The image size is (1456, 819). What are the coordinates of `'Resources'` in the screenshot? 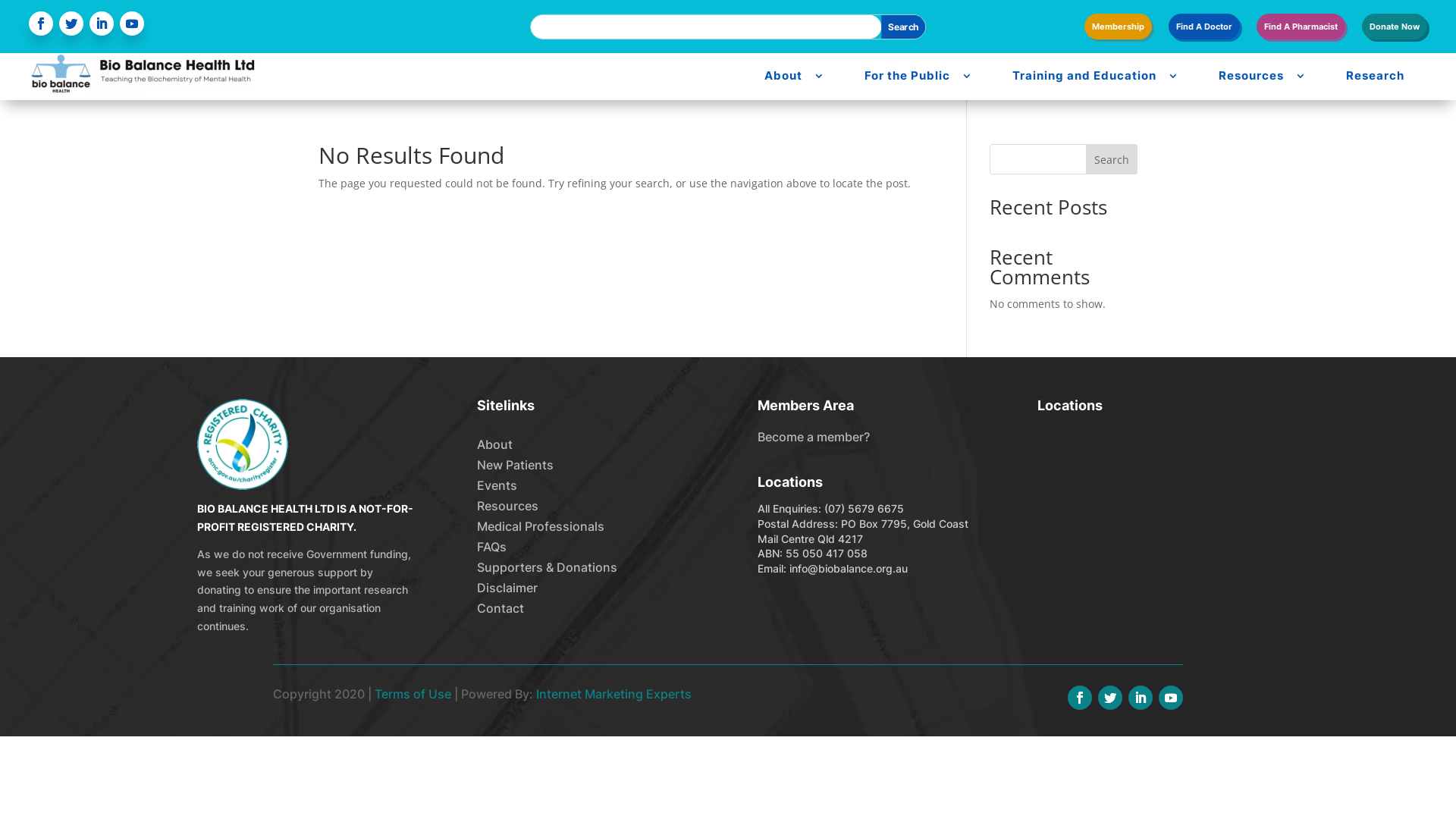 It's located at (1251, 76).